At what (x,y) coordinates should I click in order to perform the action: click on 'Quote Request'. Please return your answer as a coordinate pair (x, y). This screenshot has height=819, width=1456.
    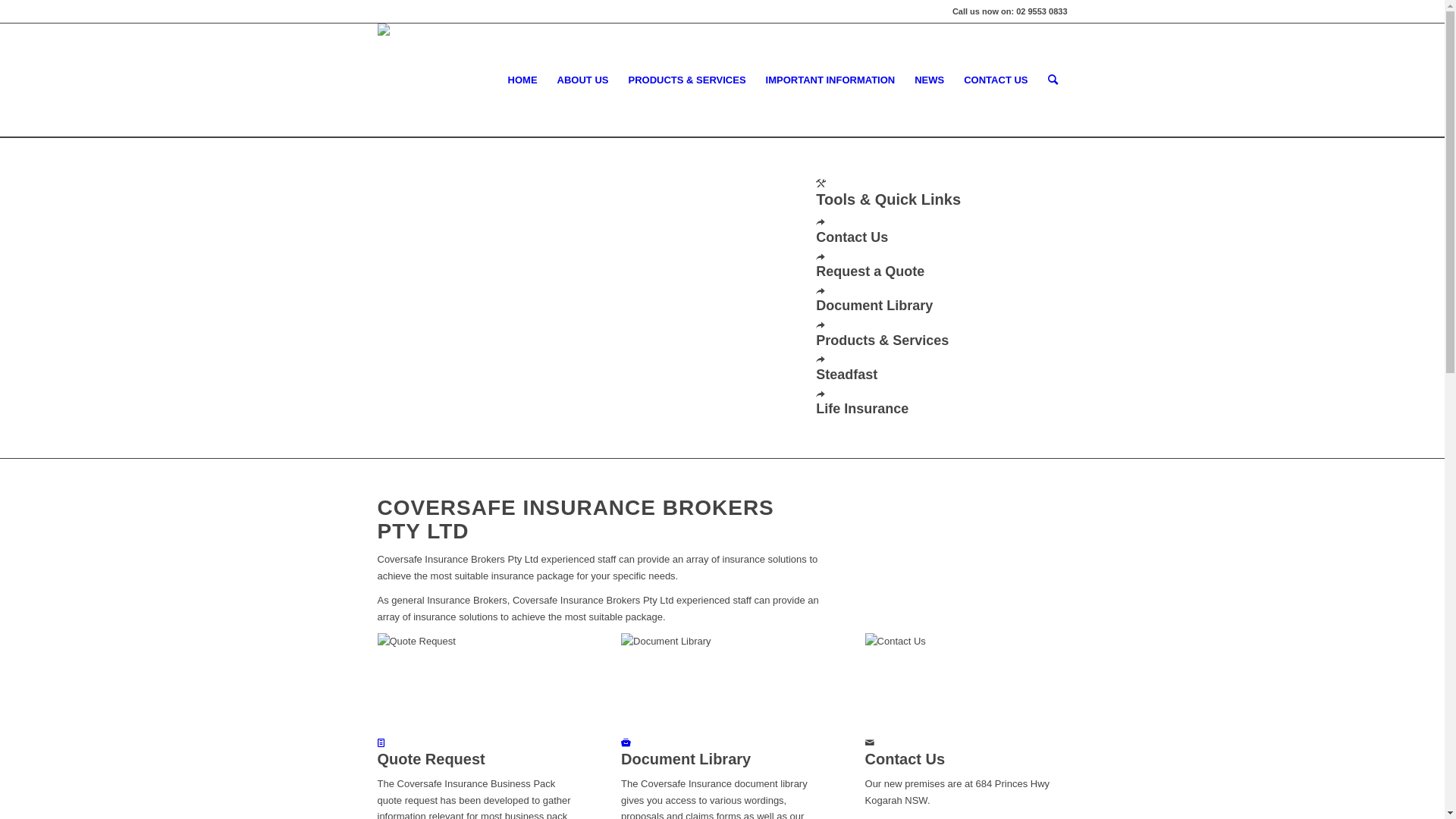
    Looking at the image, I should click on (478, 683).